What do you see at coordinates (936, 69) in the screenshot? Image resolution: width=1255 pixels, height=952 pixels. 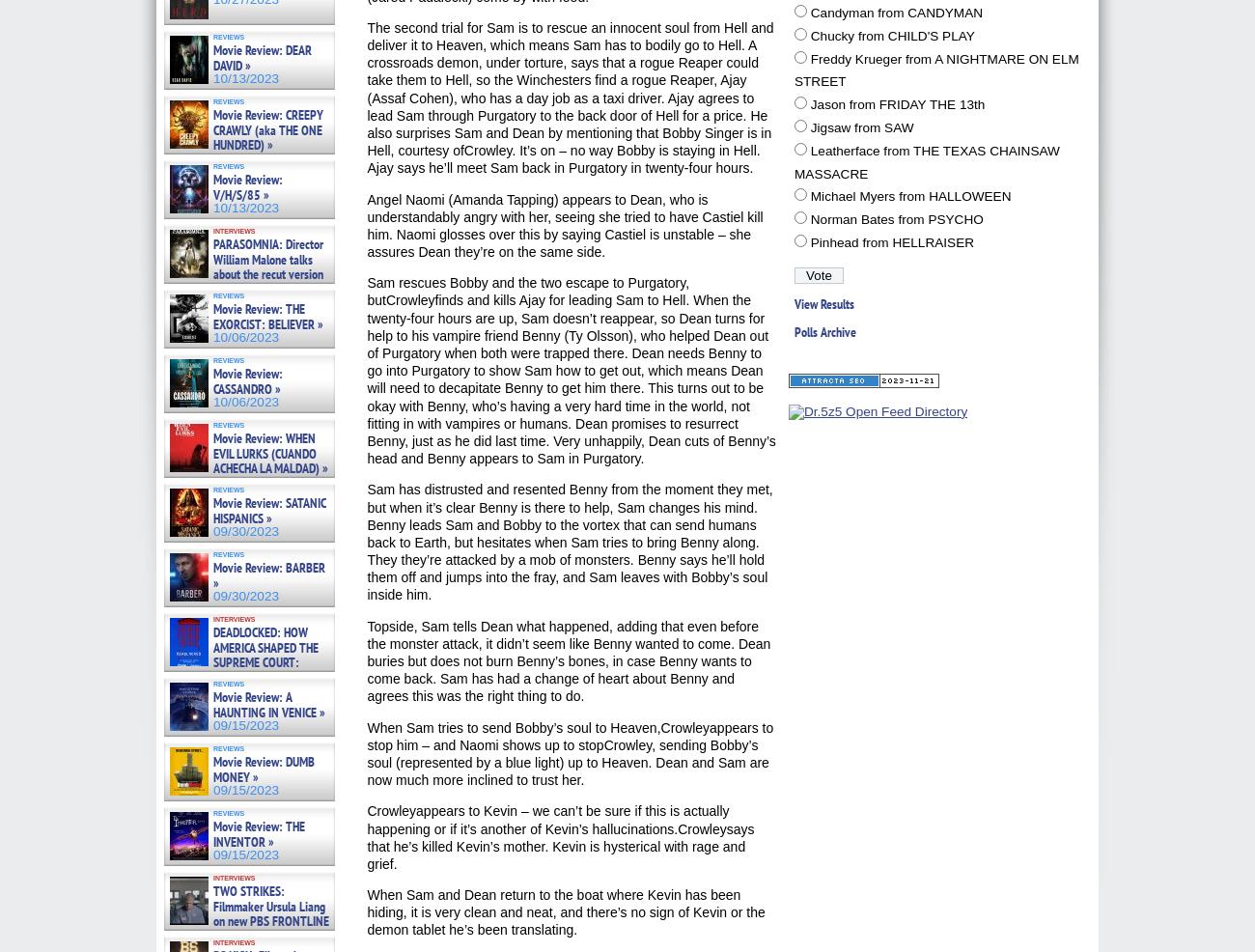 I see `'Freddy Krueger from A NIGHTMARE ON ELM STREET'` at bounding box center [936, 69].